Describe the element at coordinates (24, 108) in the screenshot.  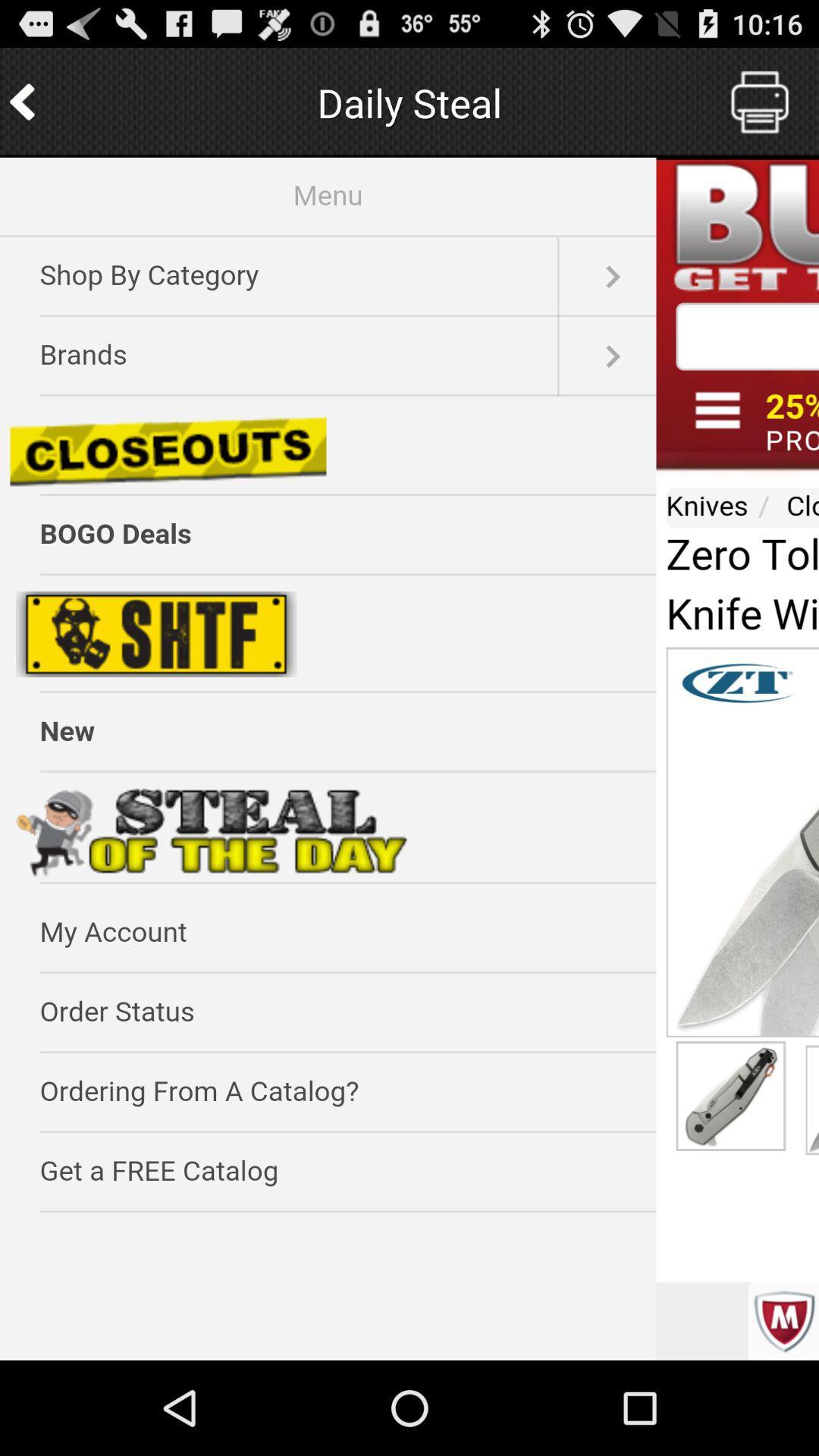
I see `the arrow_backward icon` at that location.